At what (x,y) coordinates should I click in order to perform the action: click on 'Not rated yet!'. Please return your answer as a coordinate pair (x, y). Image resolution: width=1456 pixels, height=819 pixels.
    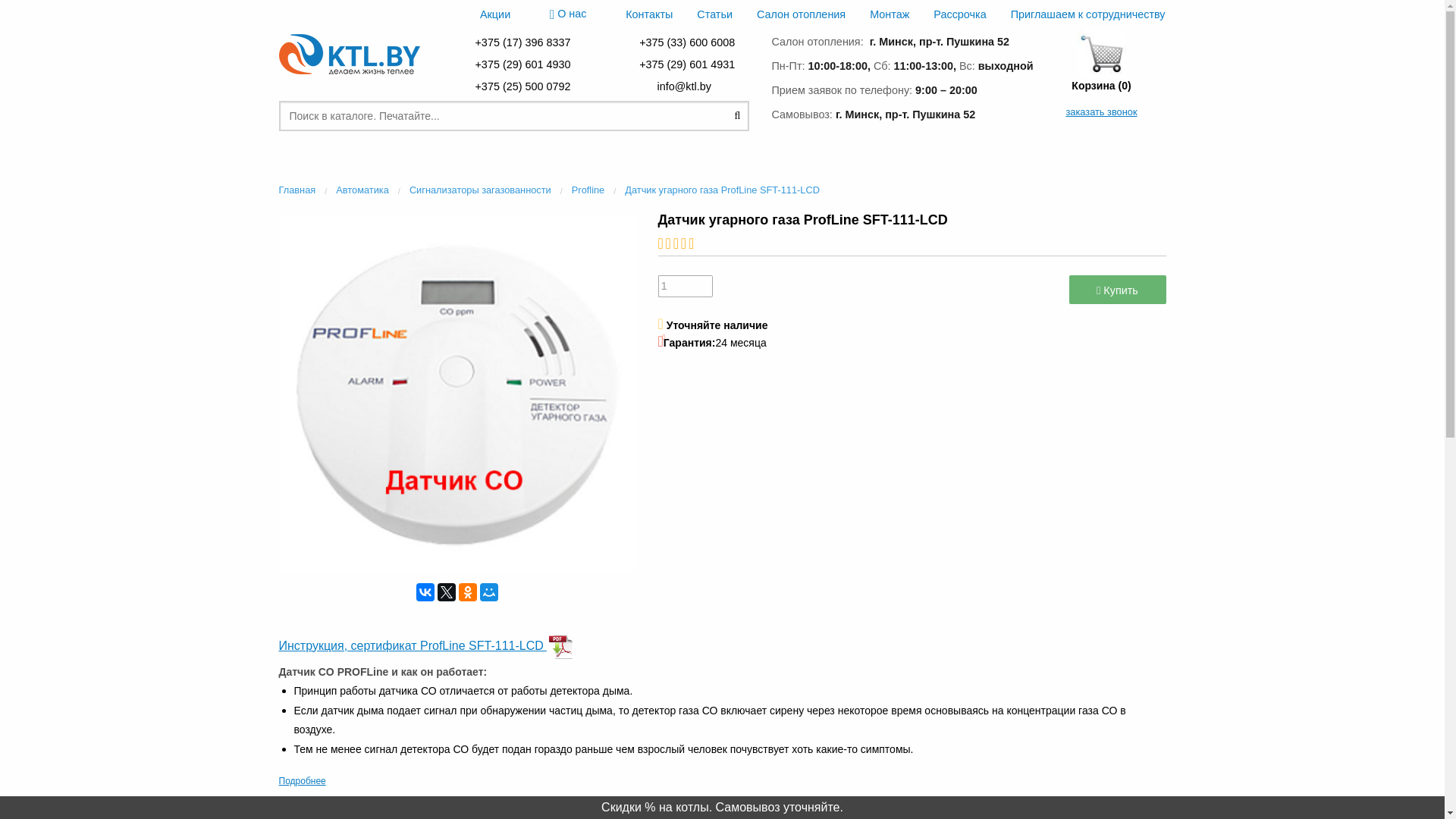
    Looking at the image, I should click on (679, 242).